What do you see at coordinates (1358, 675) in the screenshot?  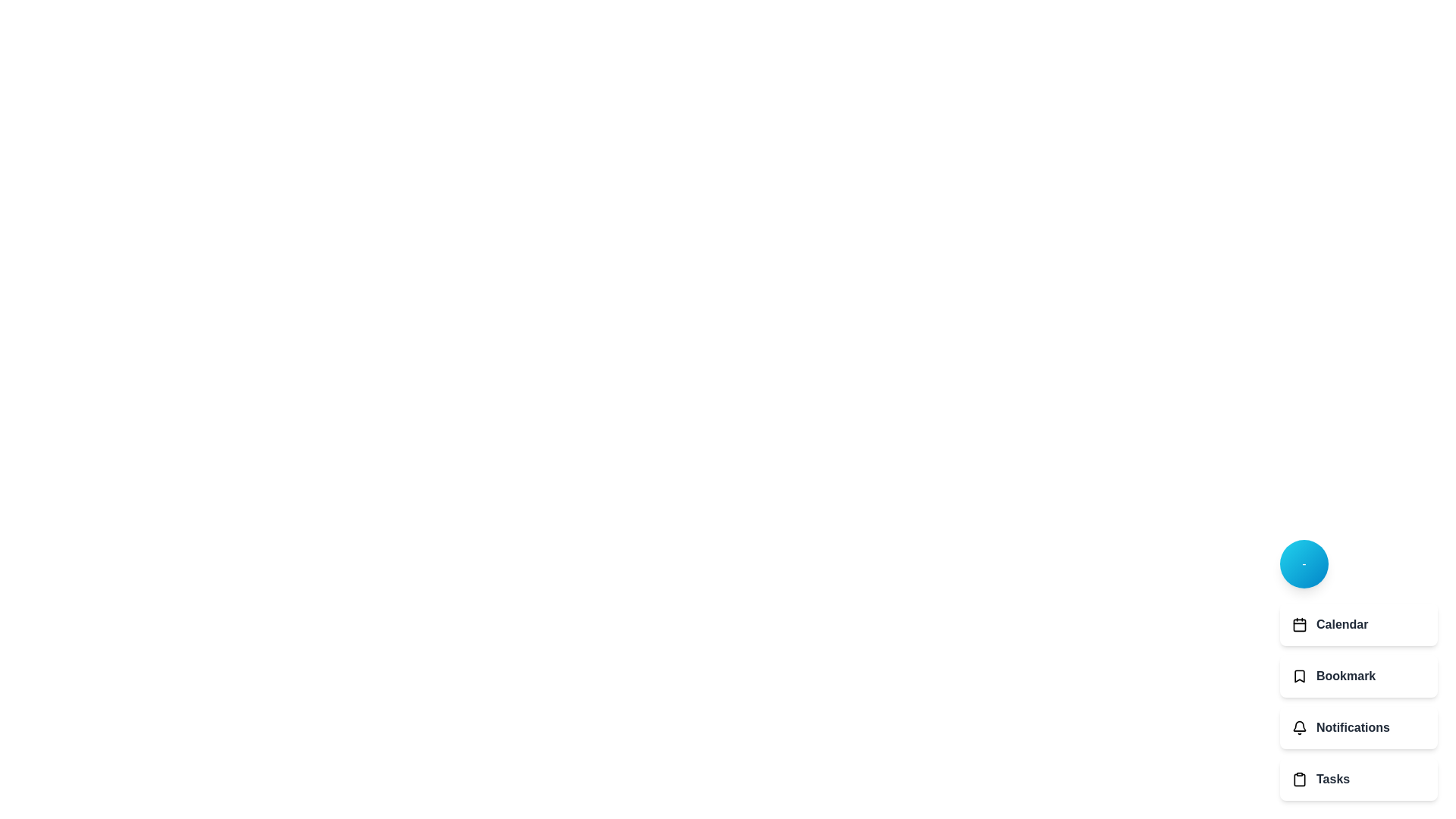 I see `the Bookmark option from the menu` at bounding box center [1358, 675].